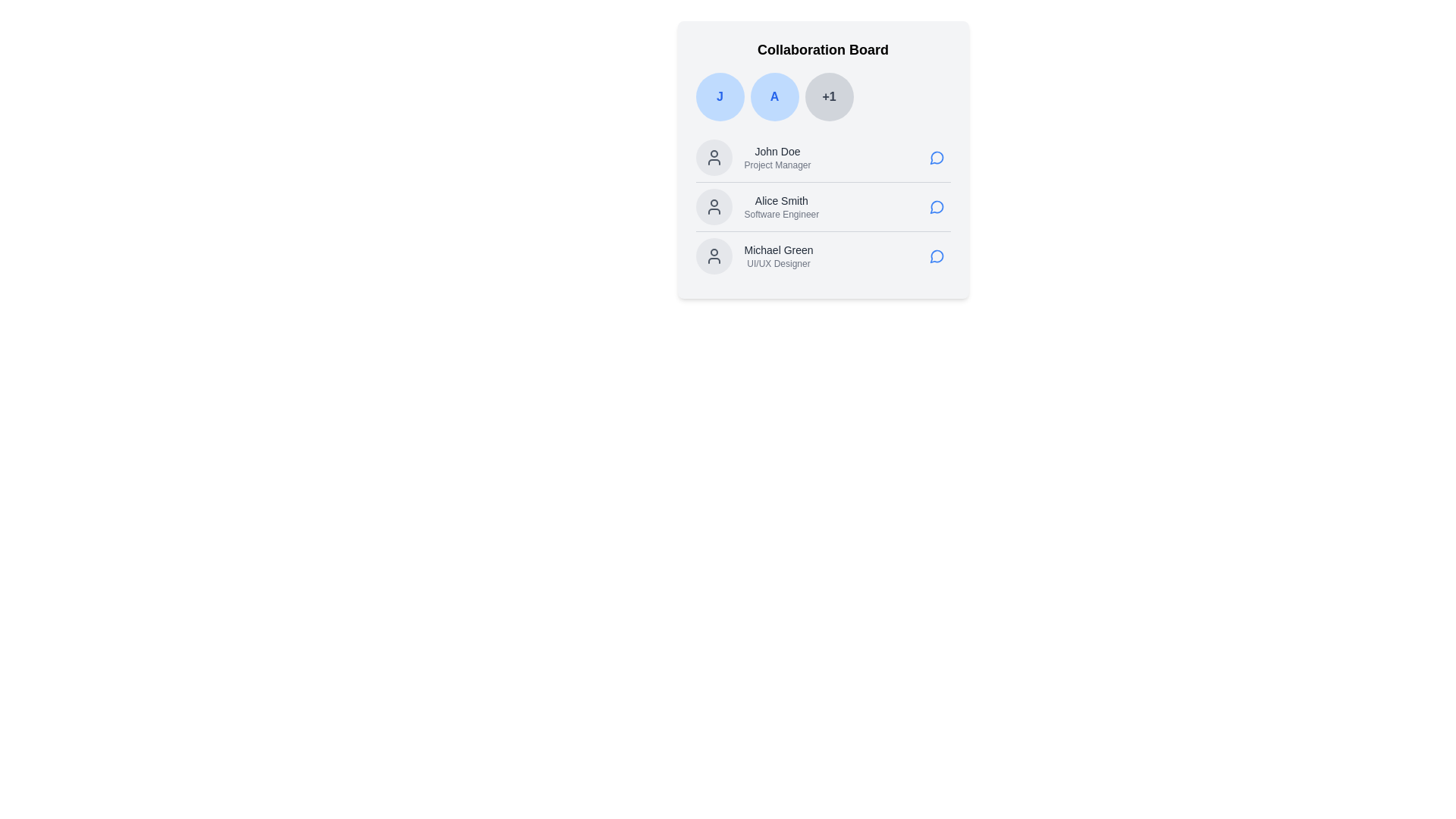 The image size is (1456, 819). Describe the element at coordinates (936, 158) in the screenshot. I see `the icon button located next` at that location.